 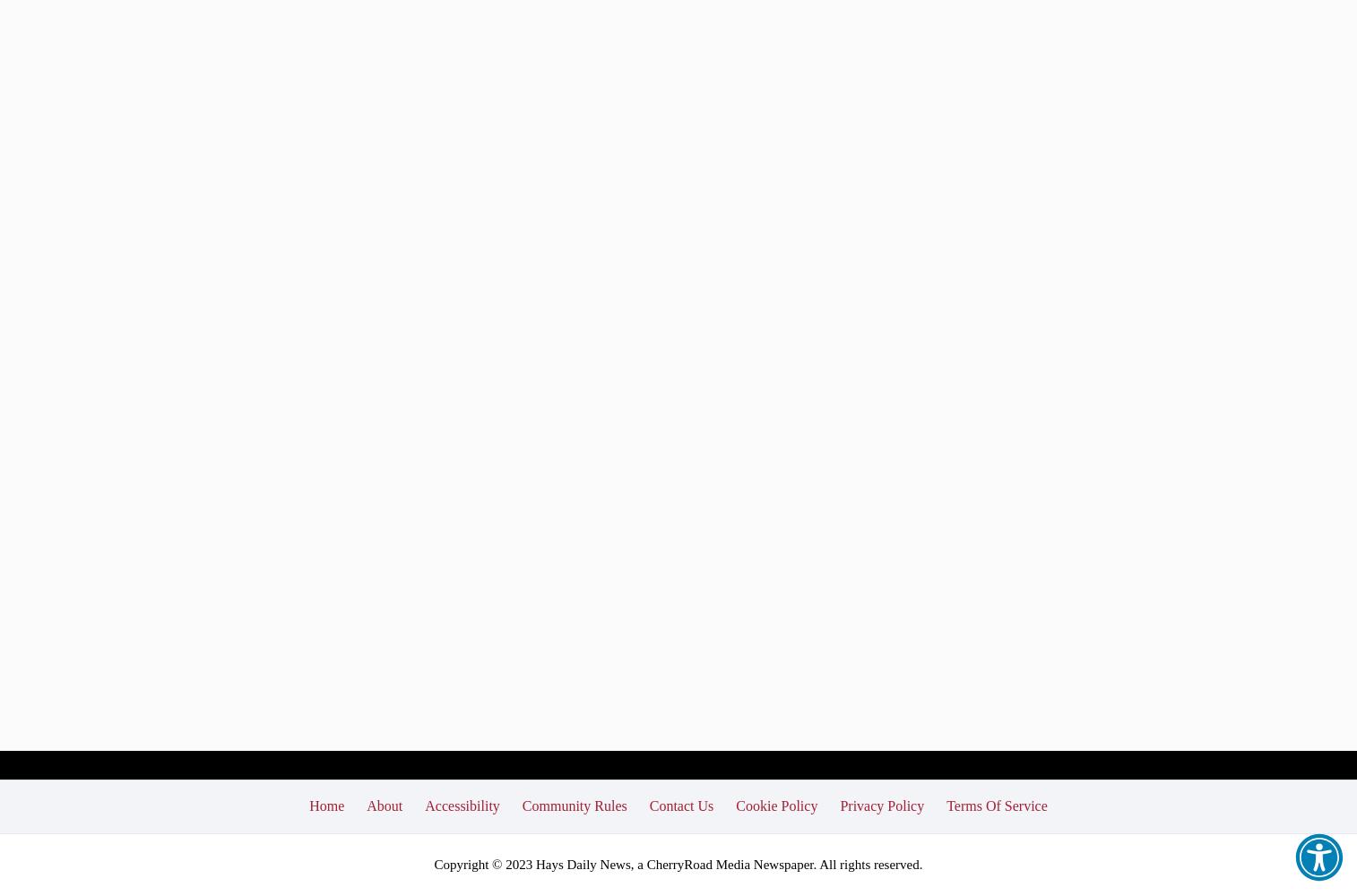 I want to click on 'Cookie Policy', so click(x=775, y=805).